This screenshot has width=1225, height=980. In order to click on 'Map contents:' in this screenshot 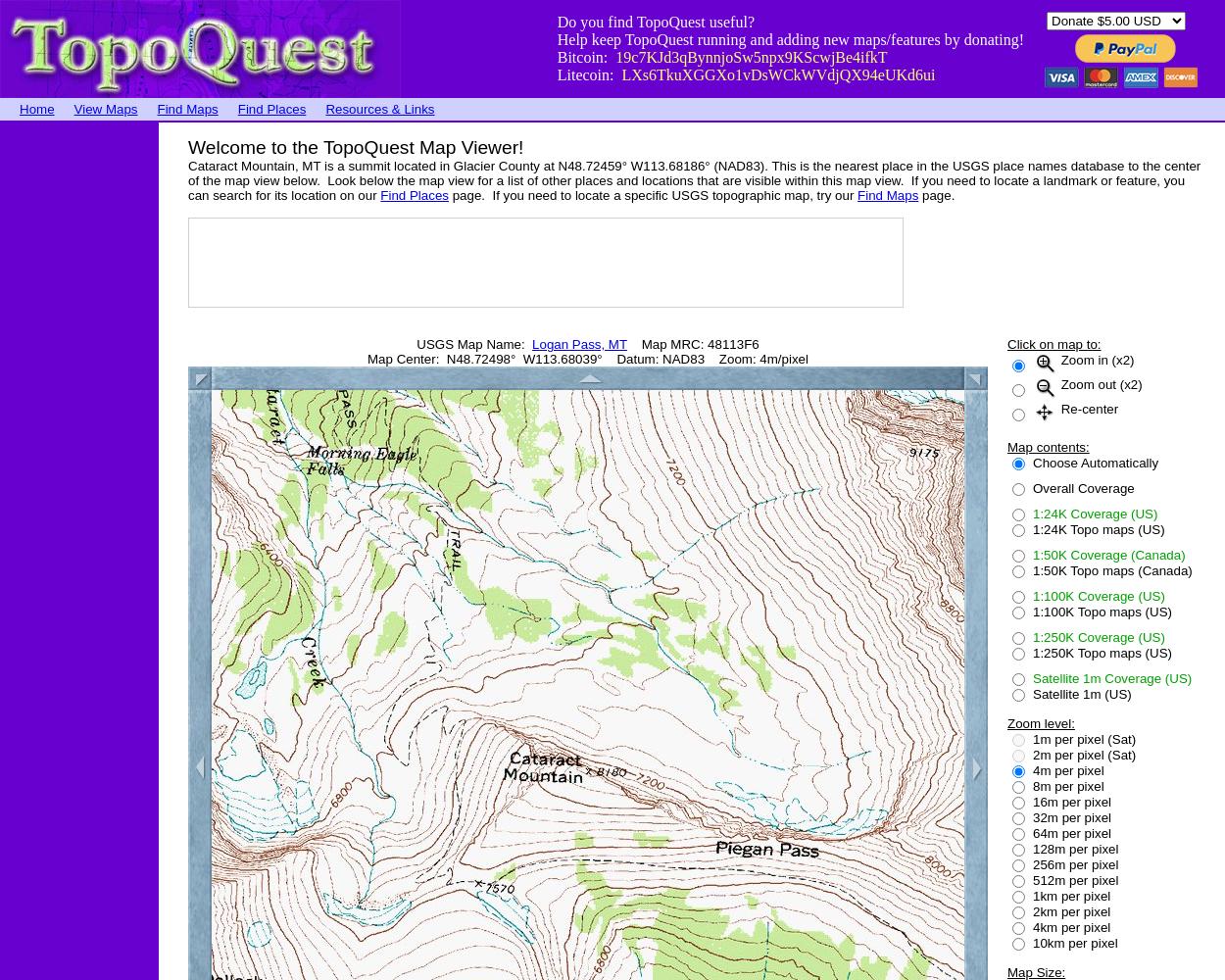, I will do `click(1047, 446)`.